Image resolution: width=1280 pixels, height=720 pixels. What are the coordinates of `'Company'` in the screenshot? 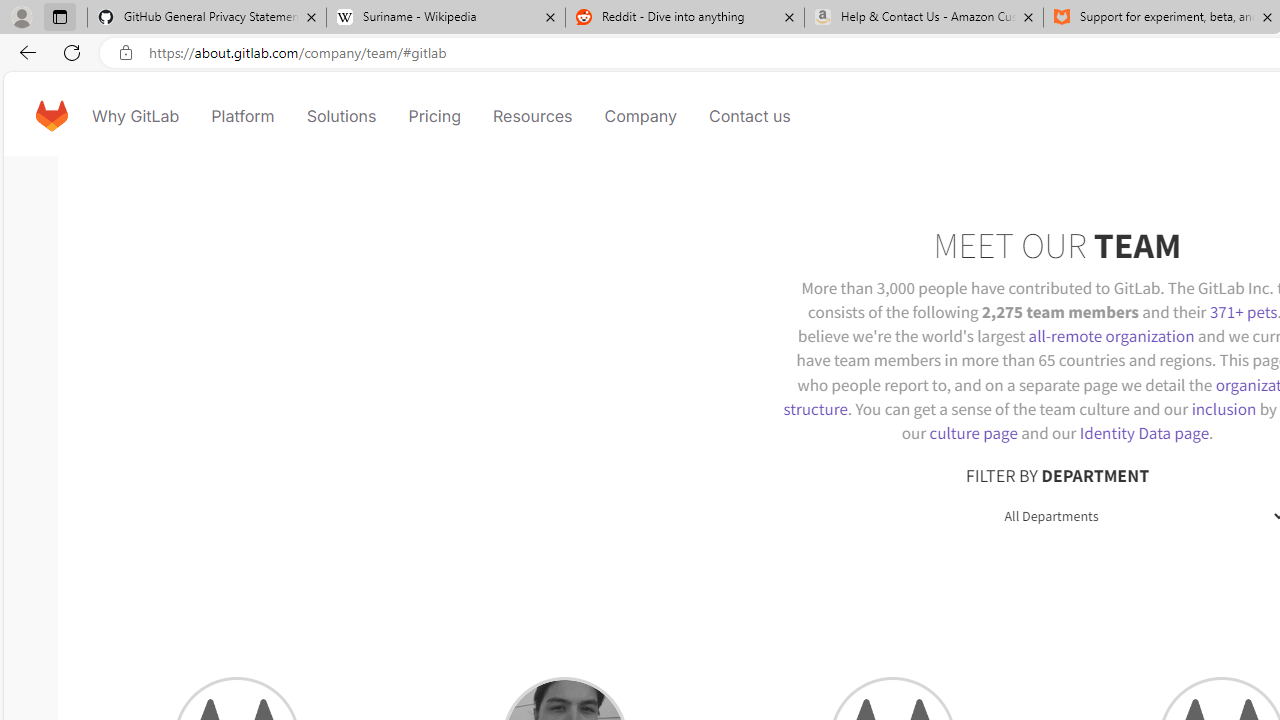 It's located at (640, 115).